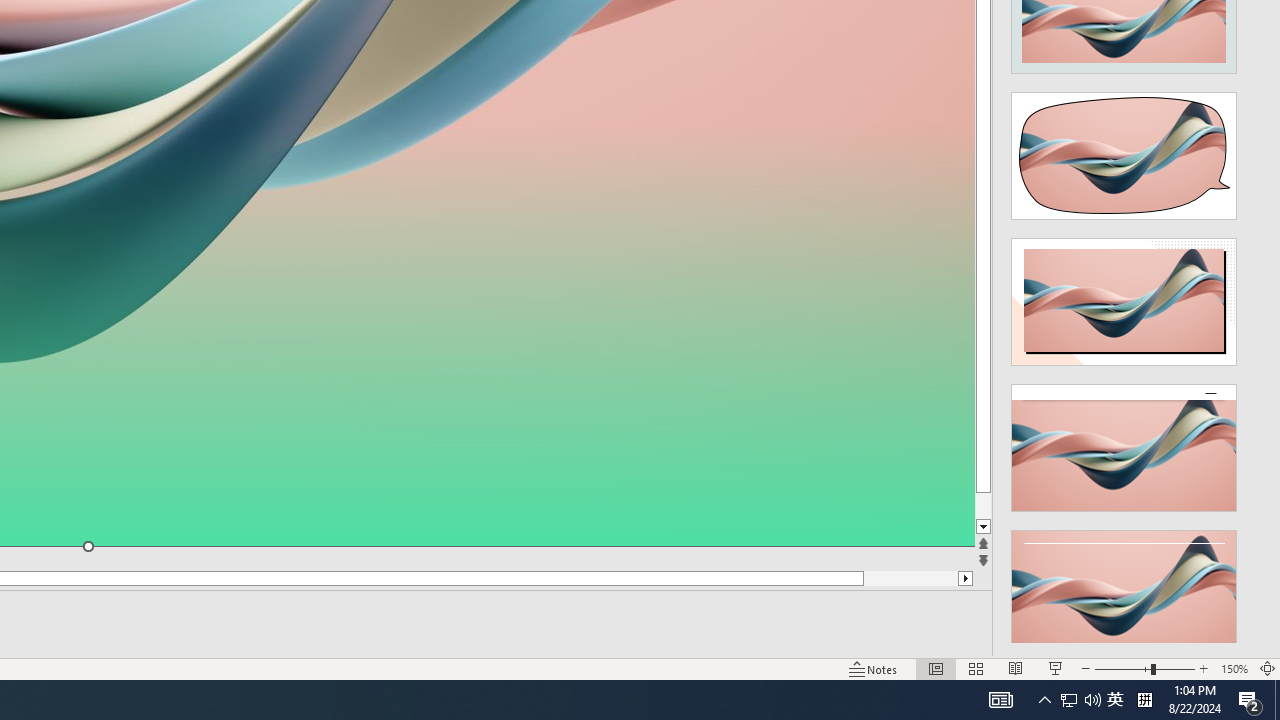 Image resolution: width=1280 pixels, height=720 pixels. What do you see at coordinates (1233, 669) in the screenshot?
I see `'Zoom 150%'` at bounding box center [1233, 669].